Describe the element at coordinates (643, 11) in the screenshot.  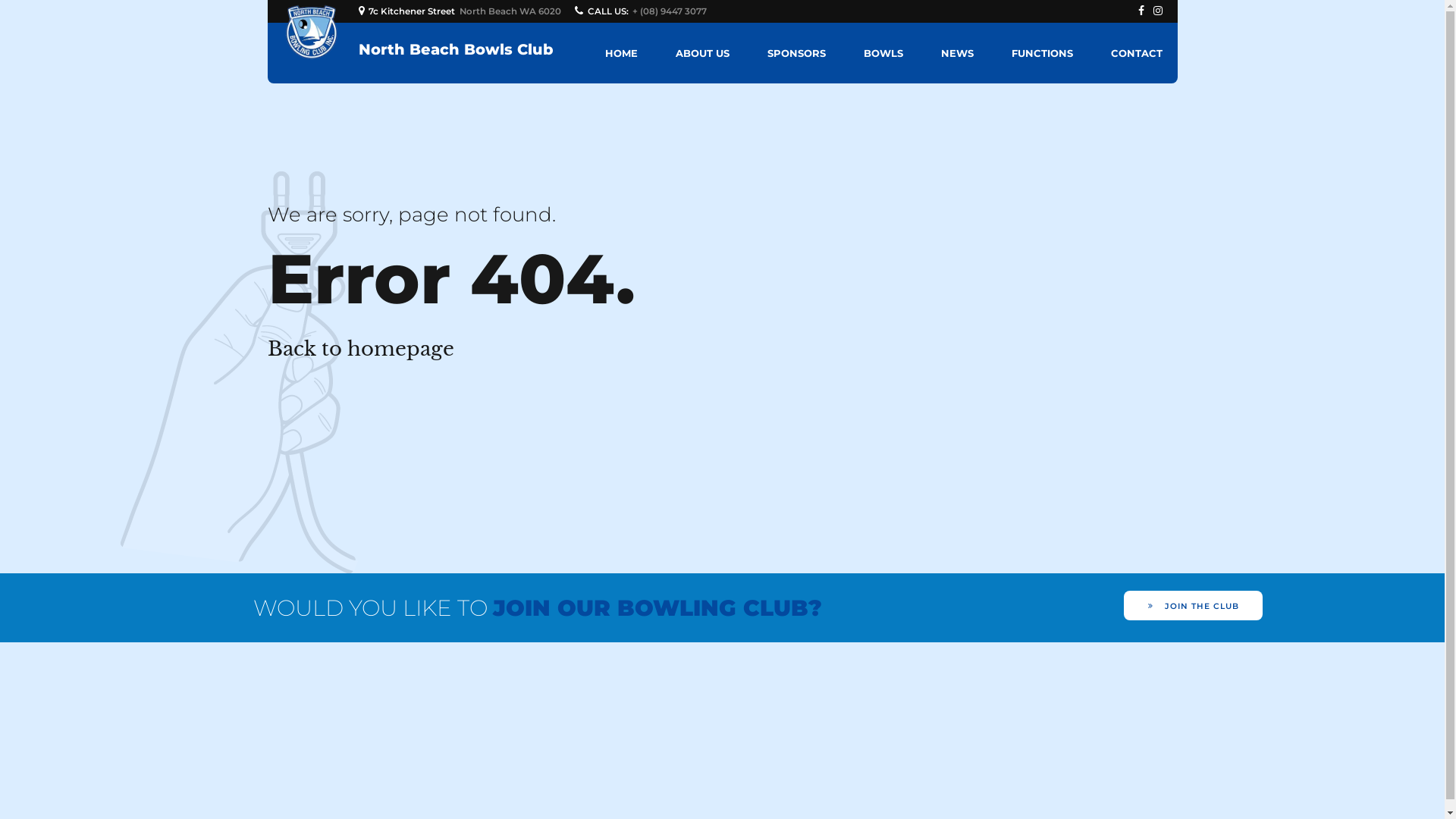
I see `'CALL US:` at that location.